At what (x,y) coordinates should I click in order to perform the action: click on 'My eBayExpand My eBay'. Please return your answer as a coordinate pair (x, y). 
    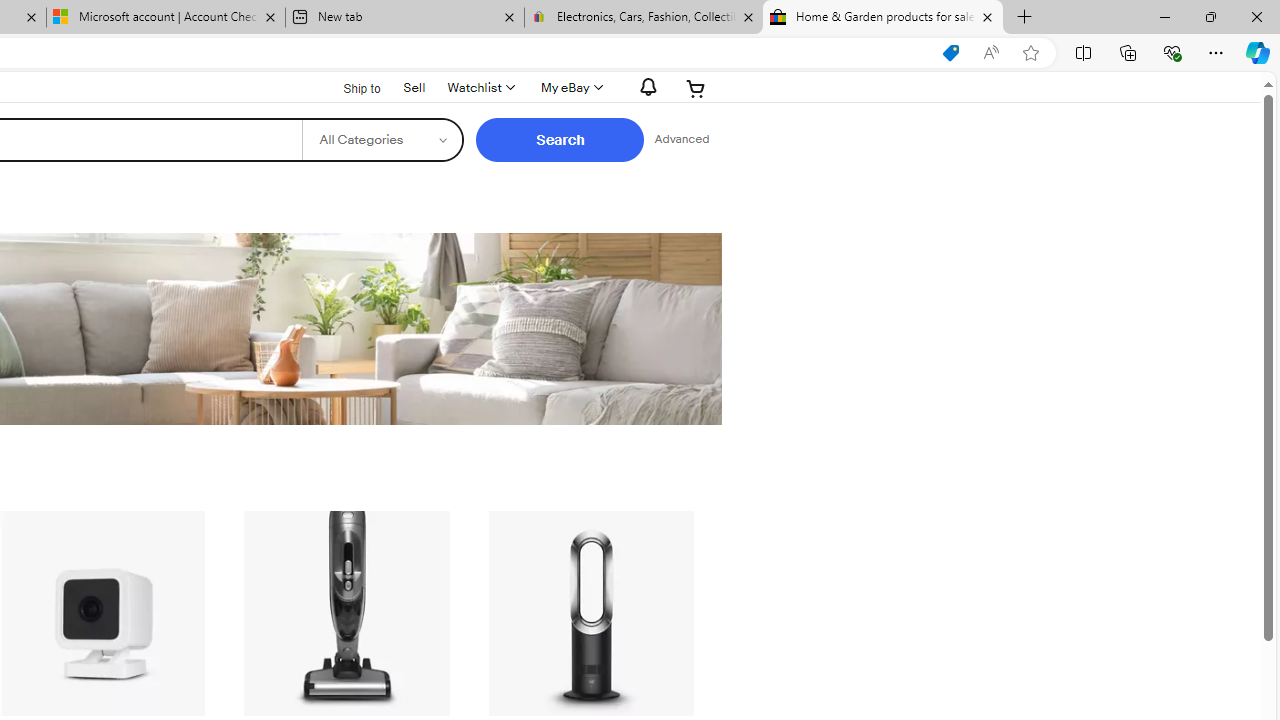
    Looking at the image, I should click on (569, 87).